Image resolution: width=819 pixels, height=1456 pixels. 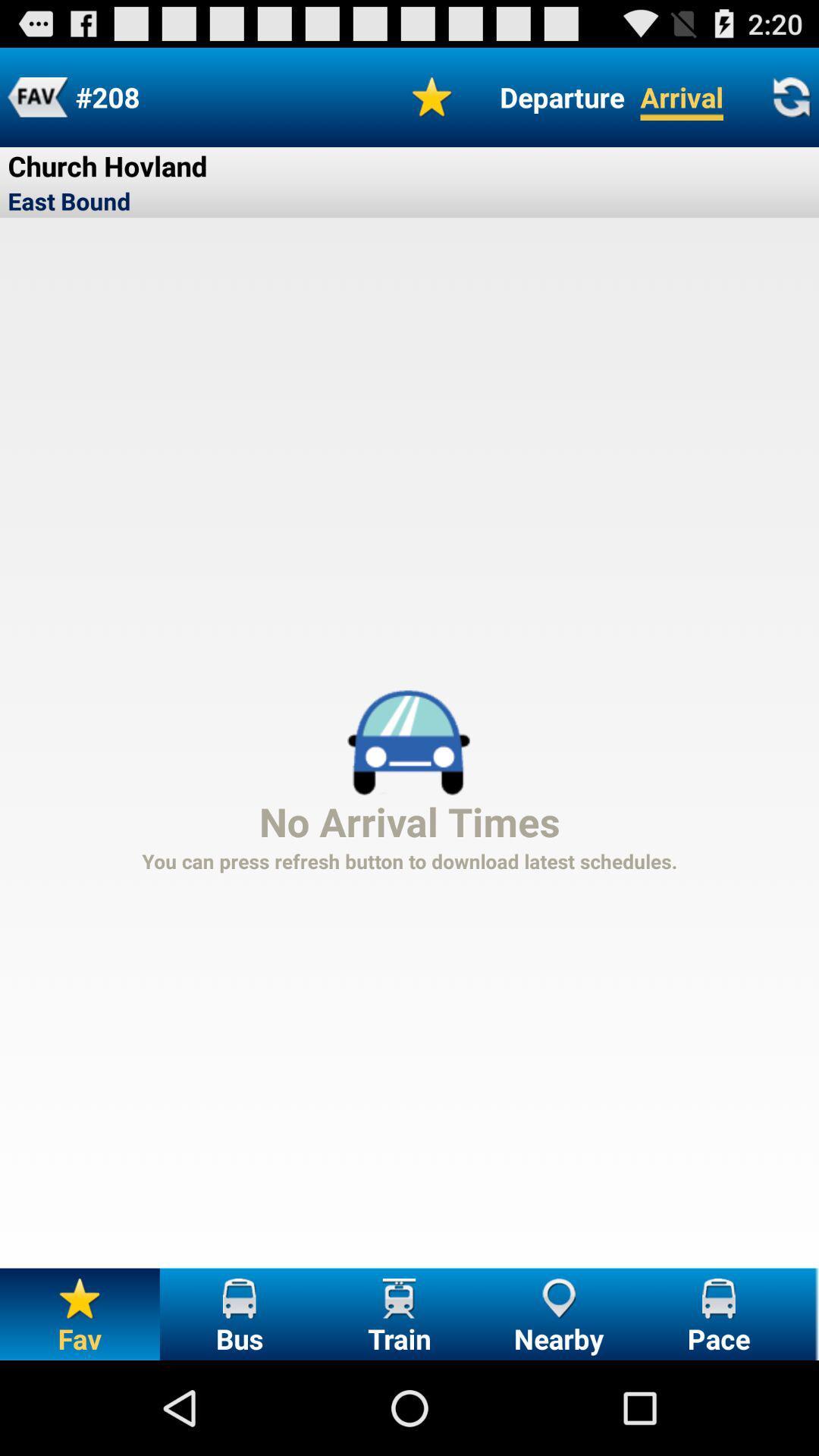 What do you see at coordinates (36, 96) in the screenshot?
I see `the app above the church hovland icon` at bounding box center [36, 96].